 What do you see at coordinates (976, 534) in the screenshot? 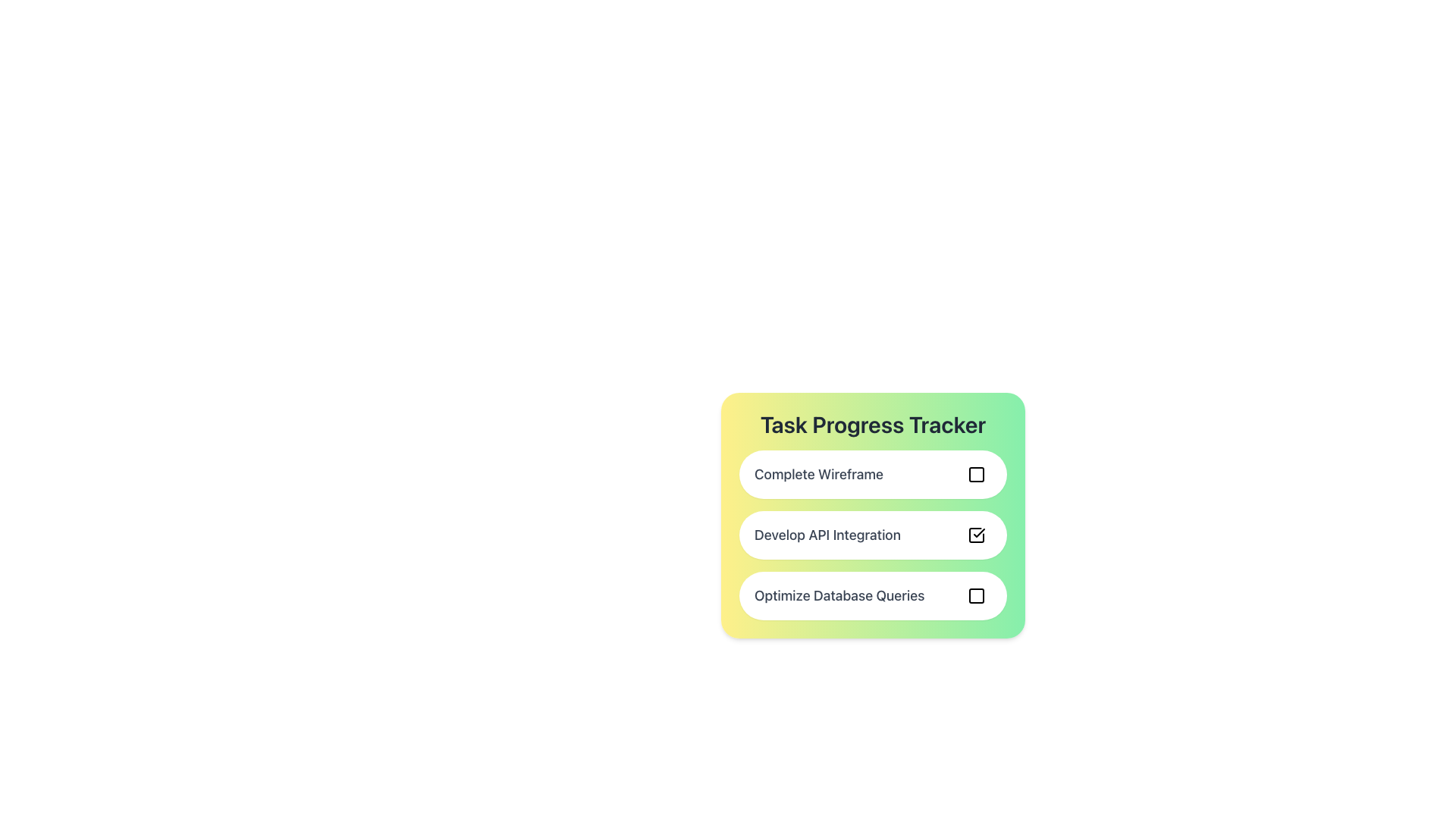
I see `the checkbox with a checkmark inside, located to the right of the 'Develop API Integration' task item in the 'Task Progress Tracker' section` at bounding box center [976, 534].